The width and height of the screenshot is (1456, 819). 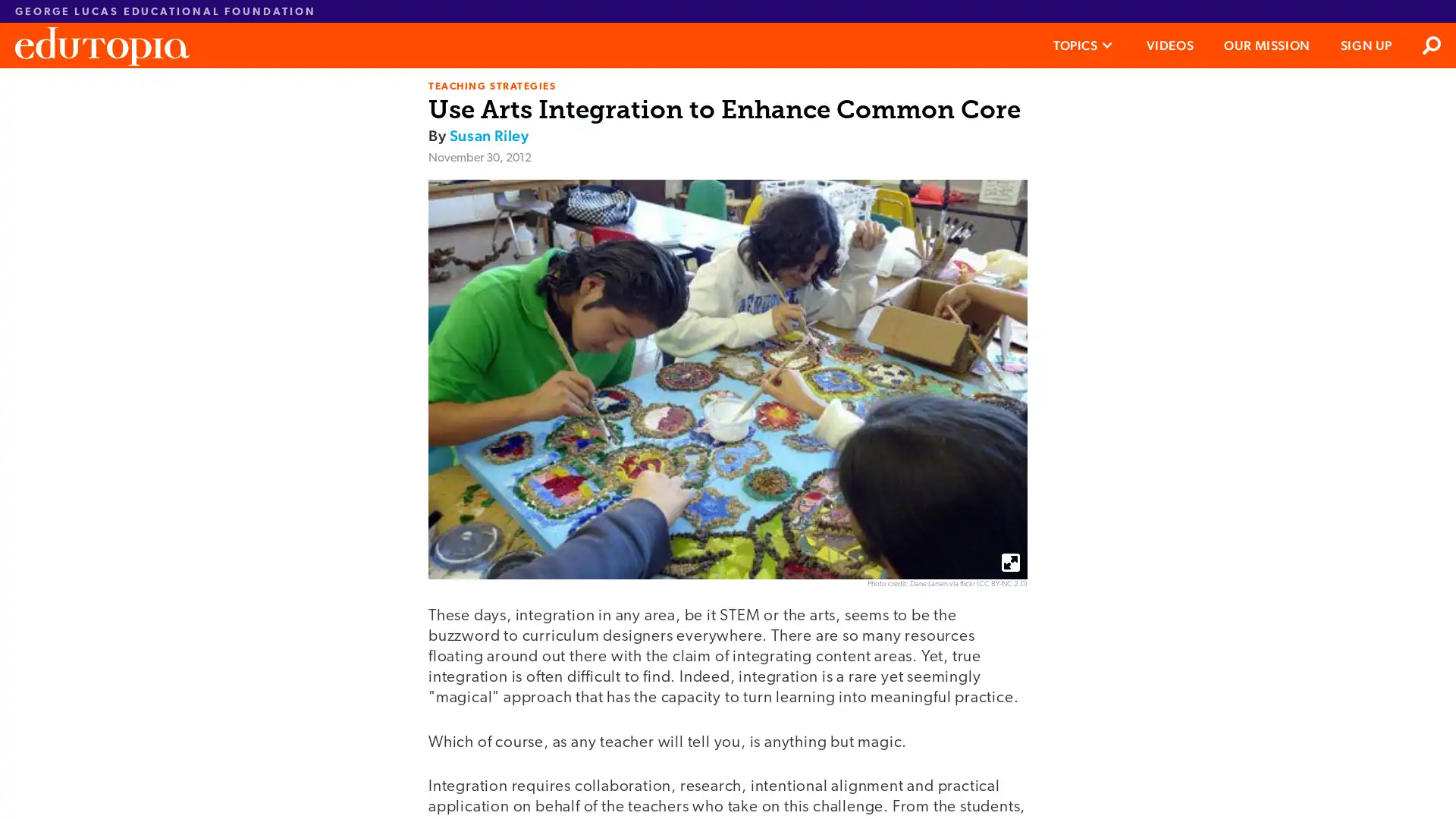 What do you see at coordinates (1083, 45) in the screenshot?
I see `TOPICS` at bounding box center [1083, 45].